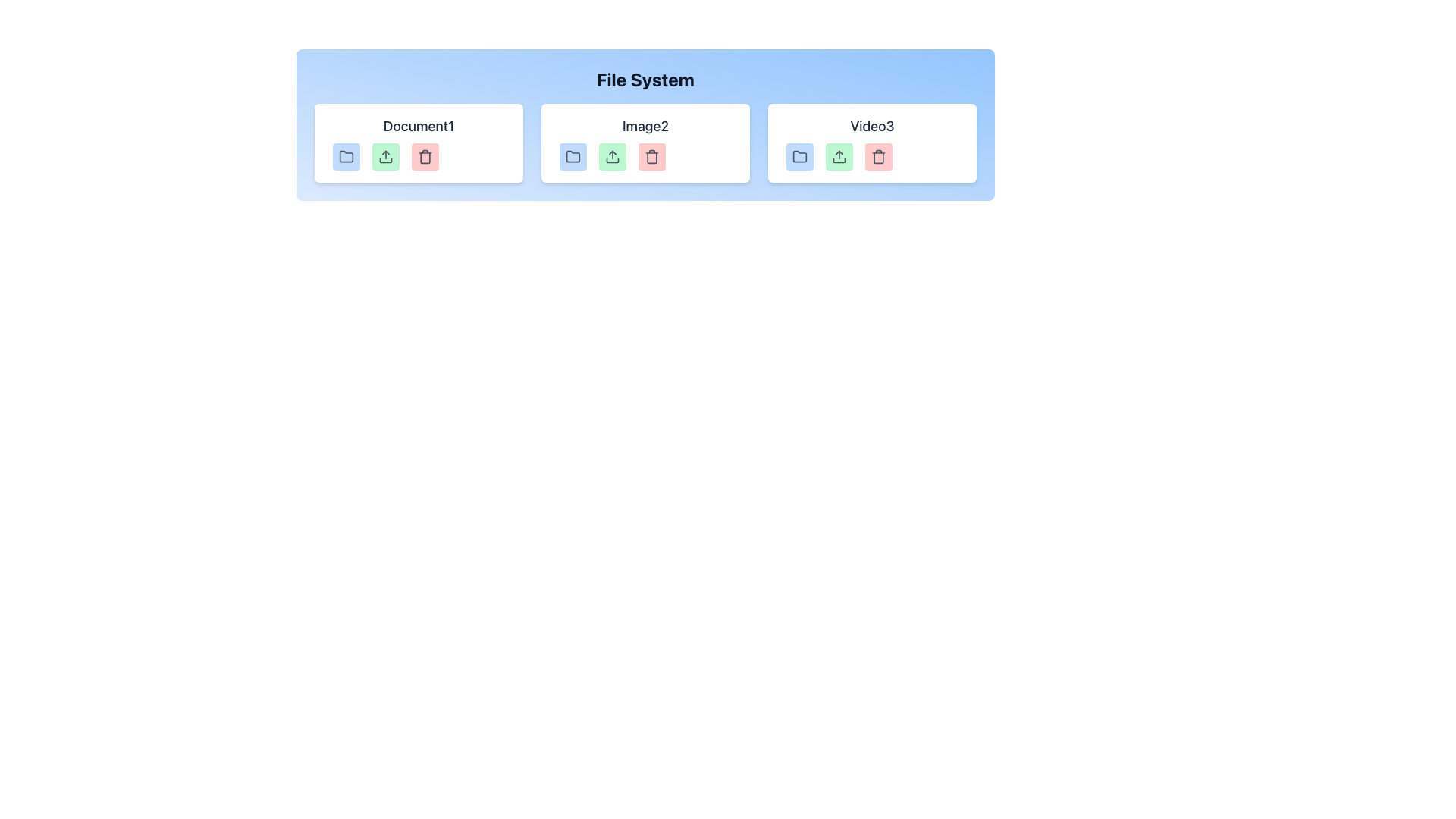 This screenshot has height=819, width=1456. Describe the element at coordinates (425, 158) in the screenshot. I see `the trash can icon, which is part of the SVG representation used for deleting or removing items, located in the bottom right of the 'Document1' card` at that location.